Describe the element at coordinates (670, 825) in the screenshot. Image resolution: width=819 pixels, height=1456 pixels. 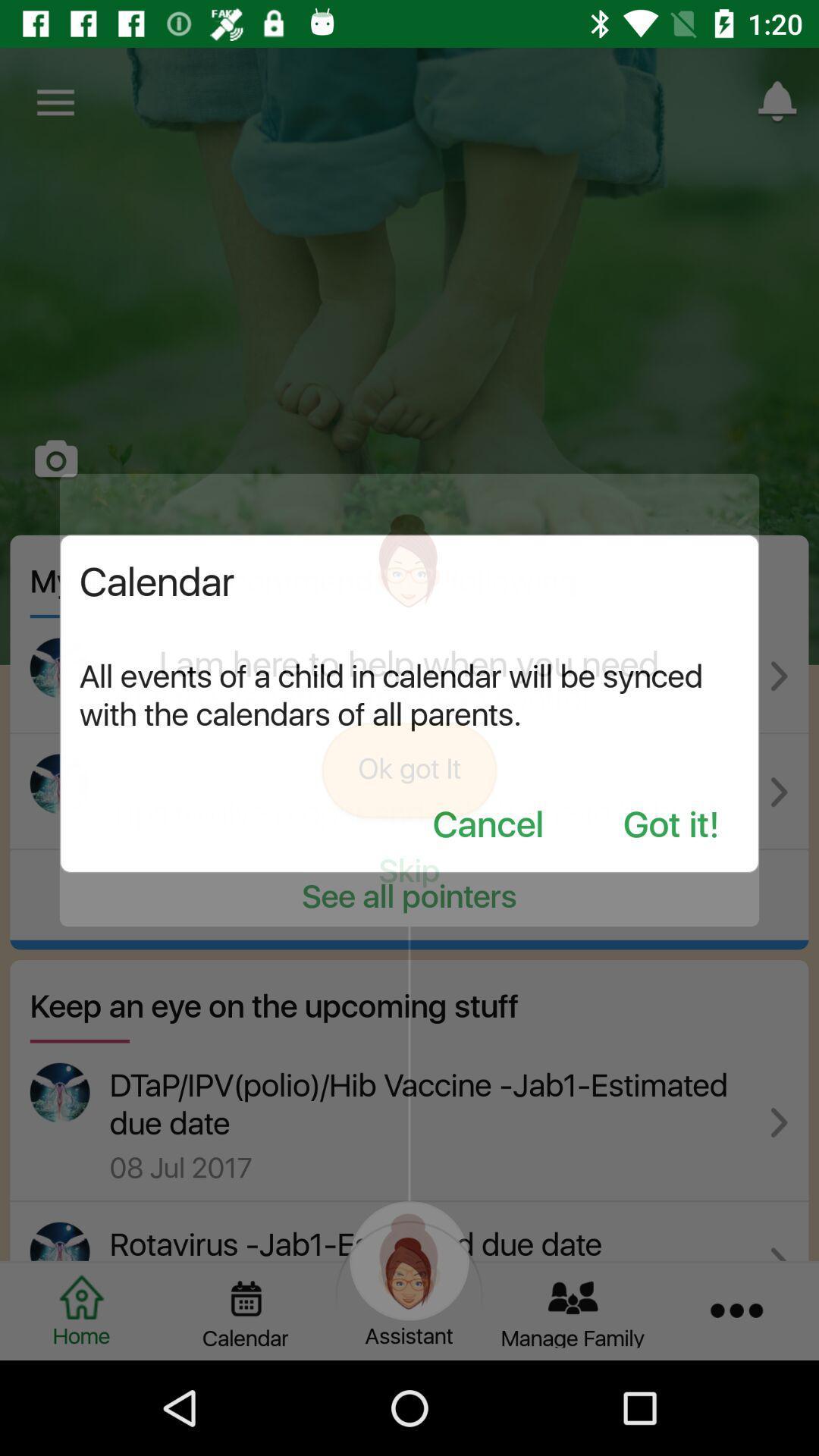
I see `the got it! item` at that location.